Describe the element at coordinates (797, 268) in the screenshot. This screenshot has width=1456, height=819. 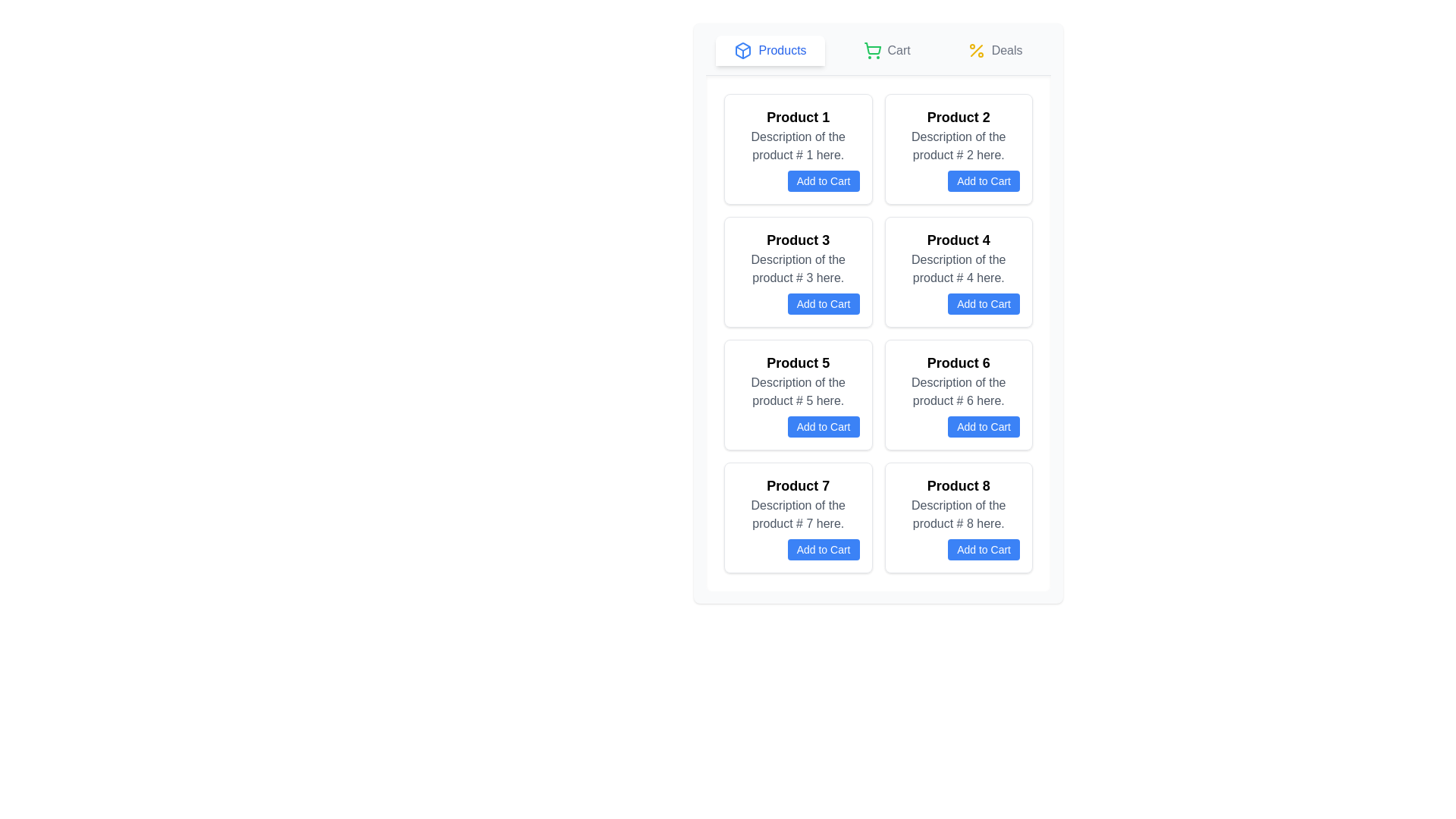
I see `static text description about the product titled 'Product 3', which is located below the title and above the 'Add to Cart' button in the product grid` at that location.